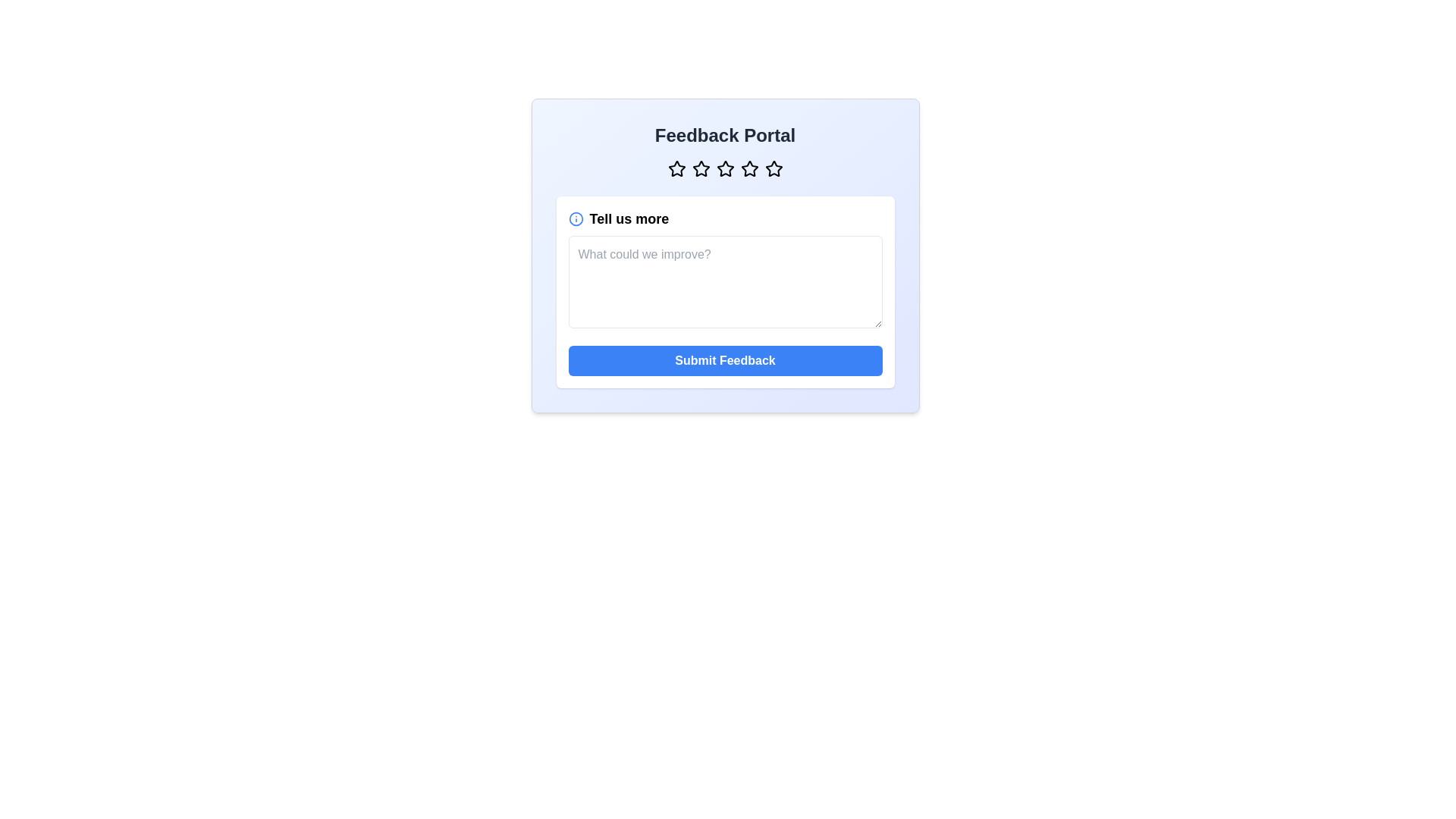 This screenshot has height=819, width=1456. Describe the element at coordinates (700, 169) in the screenshot. I see `the third star in the five-star rating system` at that location.